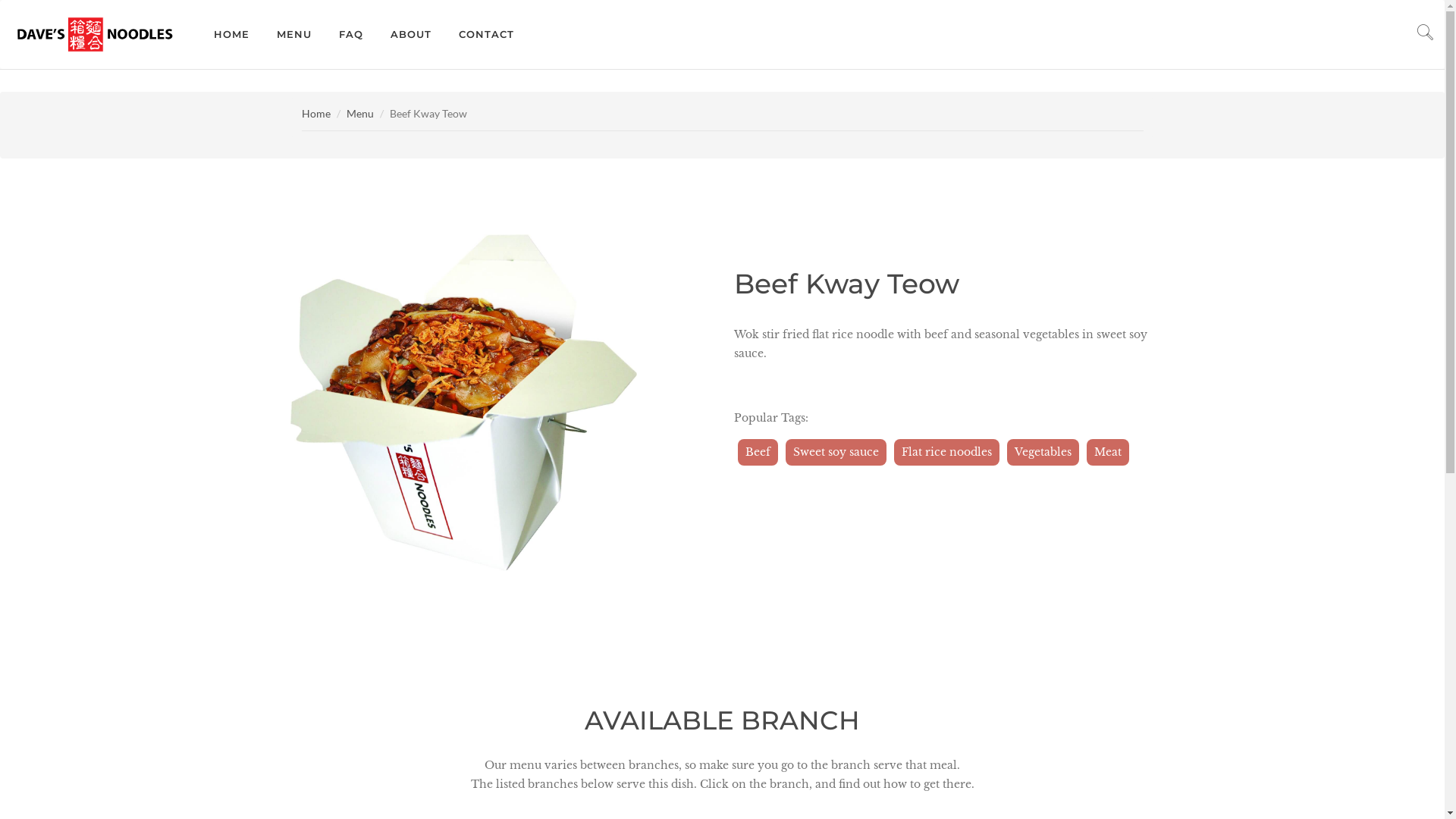 This screenshot has height=819, width=1456. What do you see at coordinates (486, 34) in the screenshot?
I see `'CONTACT'` at bounding box center [486, 34].